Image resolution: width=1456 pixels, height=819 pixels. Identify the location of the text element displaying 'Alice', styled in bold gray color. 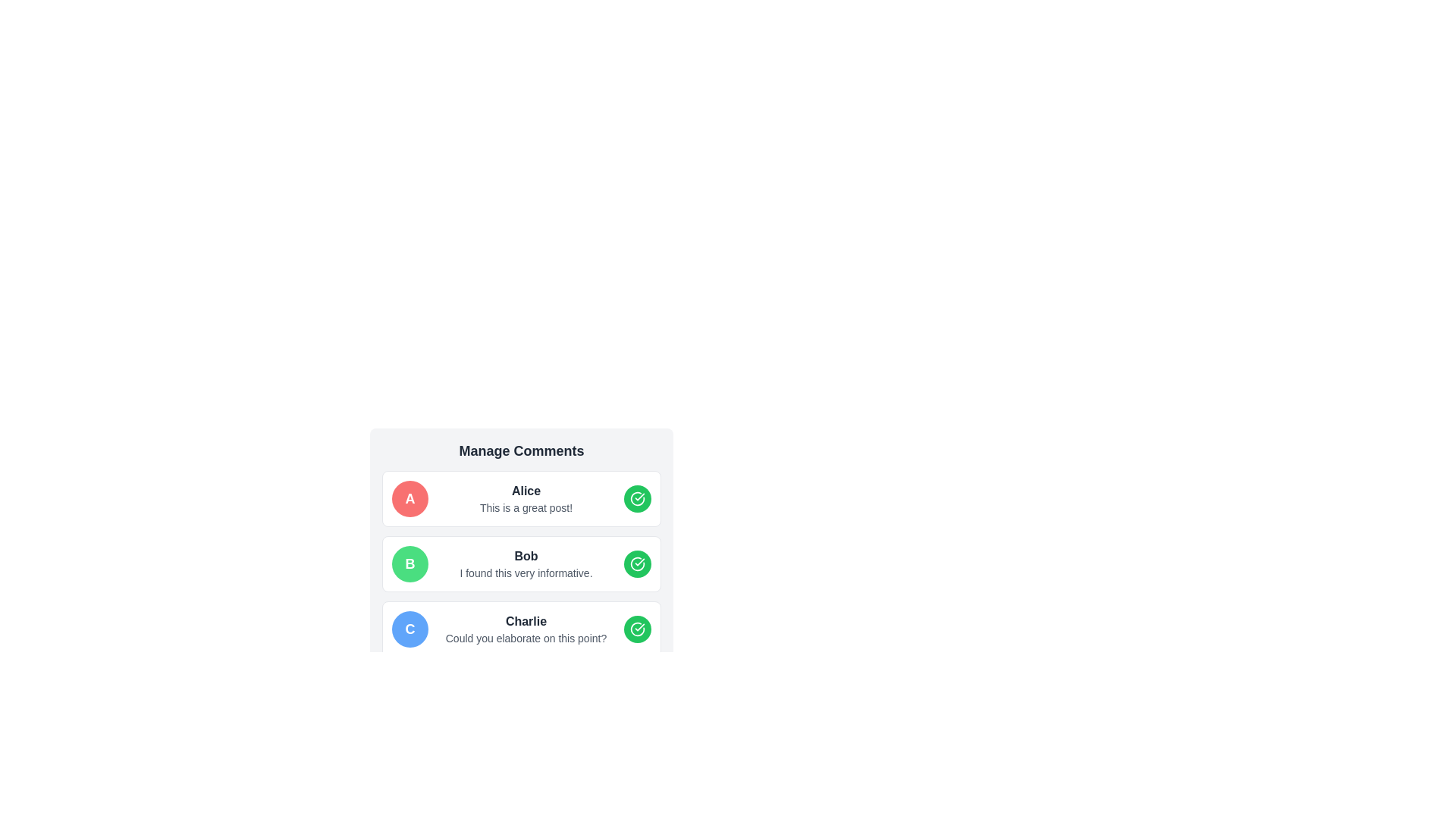
(526, 491).